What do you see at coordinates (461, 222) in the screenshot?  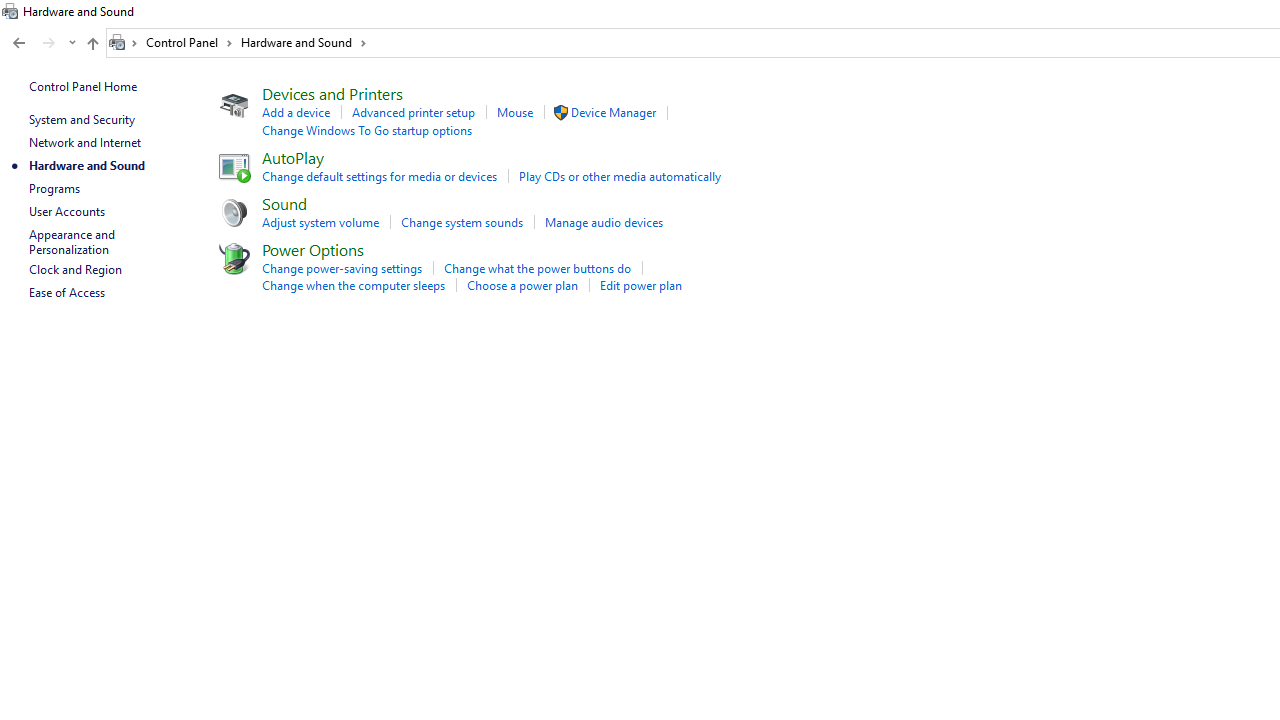 I see `'Change system sounds'` at bounding box center [461, 222].